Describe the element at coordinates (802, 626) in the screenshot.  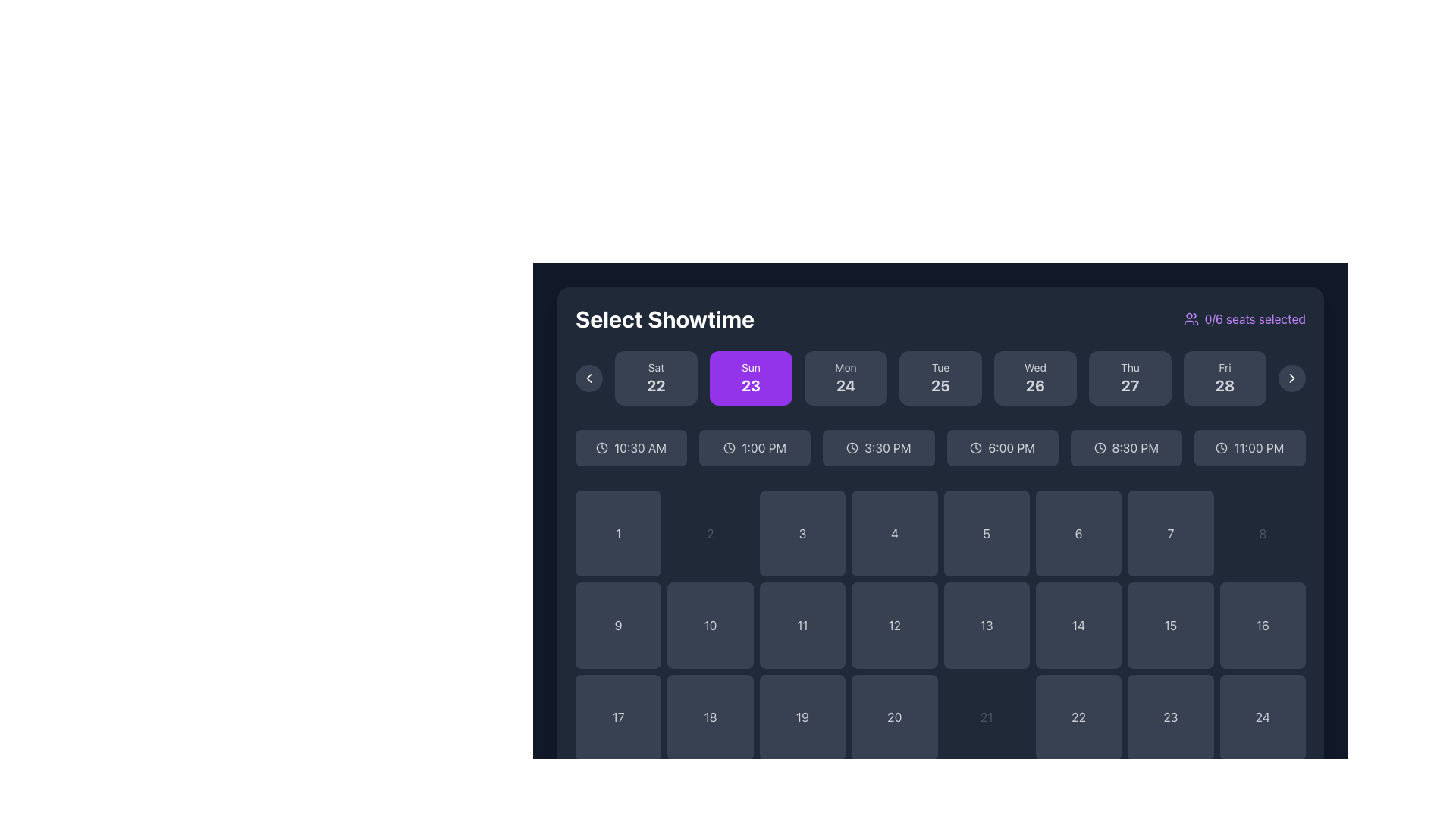
I see `the square button with rounded corners displaying the number '11'` at that location.